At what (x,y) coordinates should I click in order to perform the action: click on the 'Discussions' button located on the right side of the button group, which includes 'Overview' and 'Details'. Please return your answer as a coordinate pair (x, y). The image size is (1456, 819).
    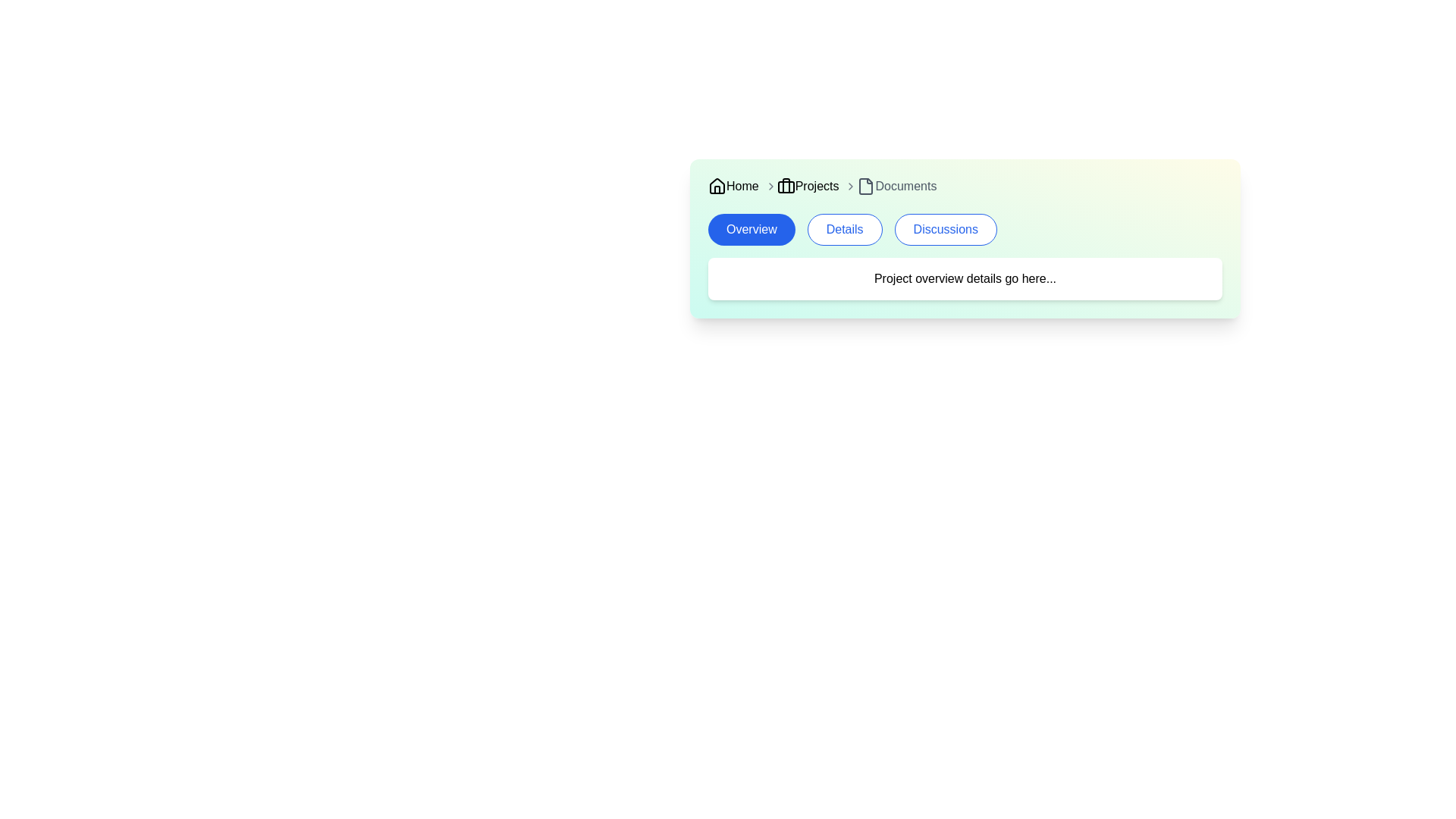
    Looking at the image, I should click on (945, 230).